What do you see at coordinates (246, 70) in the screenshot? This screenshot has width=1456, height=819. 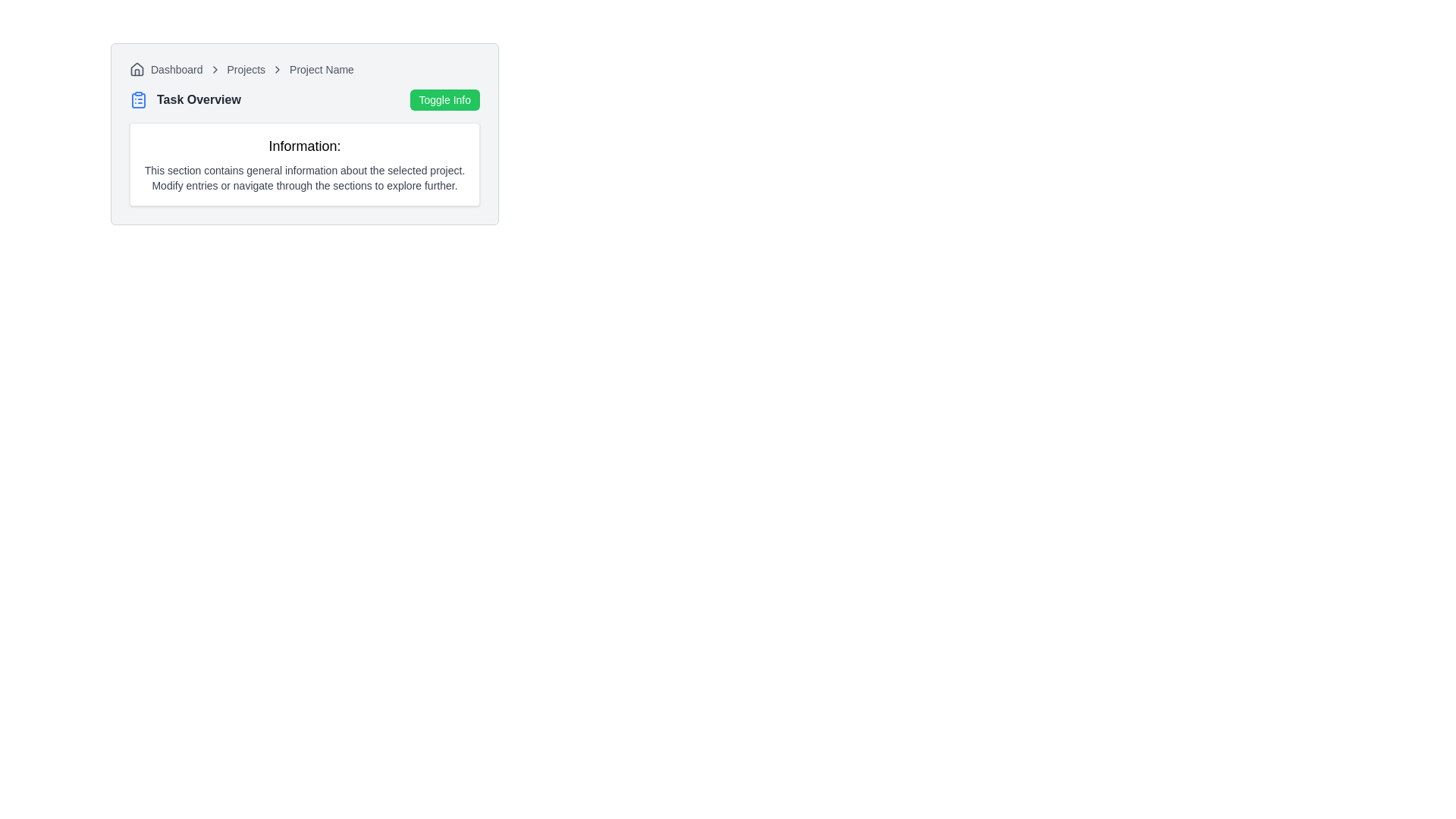 I see `the 'Projects' breadcrumb link` at bounding box center [246, 70].